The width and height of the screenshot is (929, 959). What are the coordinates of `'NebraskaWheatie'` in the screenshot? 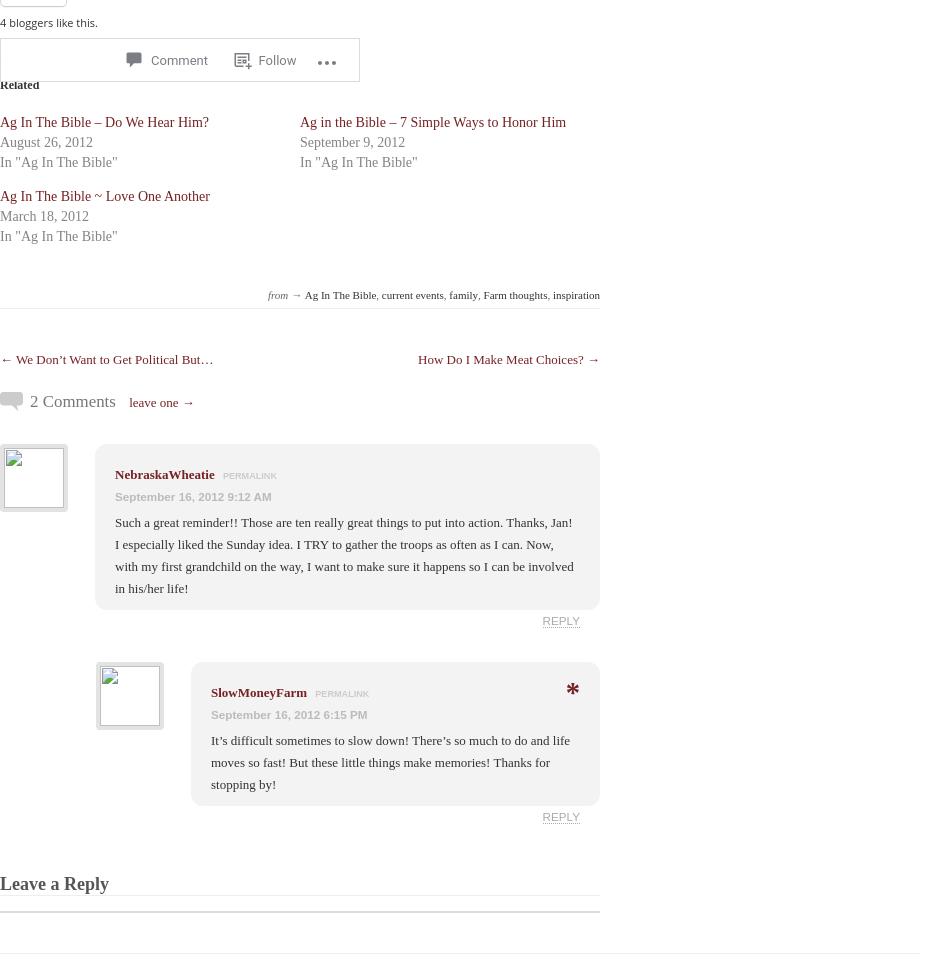 It's located at (164, 473).